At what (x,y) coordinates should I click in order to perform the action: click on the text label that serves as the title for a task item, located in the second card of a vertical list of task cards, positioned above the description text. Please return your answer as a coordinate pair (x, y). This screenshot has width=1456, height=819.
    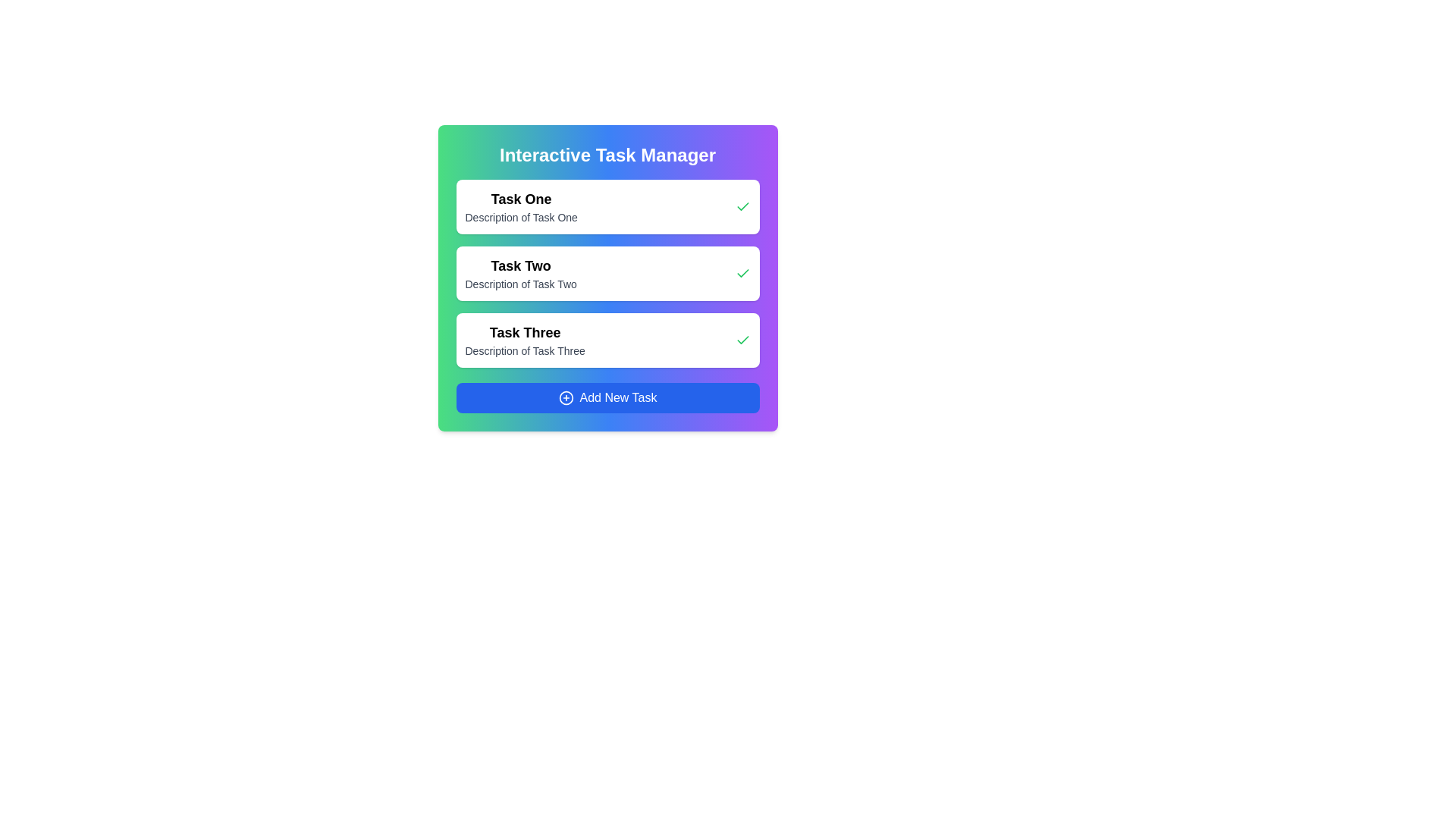
    Looking at the image, I should click on (521, 265).